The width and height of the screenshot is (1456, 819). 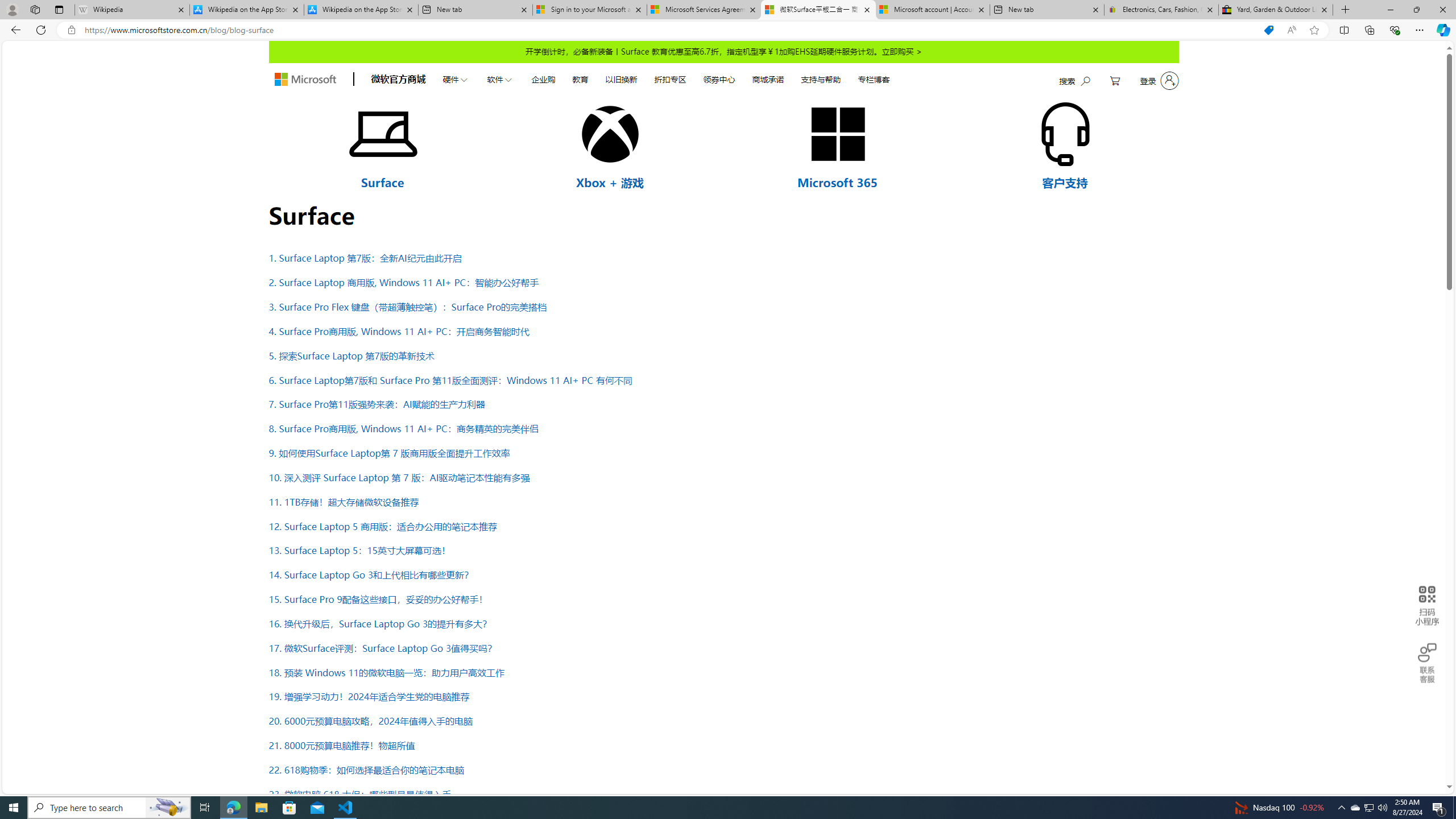 What do you see at coordinates (1291, 30) in the screenshot?
I see `'Read aloud this page (Ctrl+Shift+U)'` at bounding box center [1291, 30].